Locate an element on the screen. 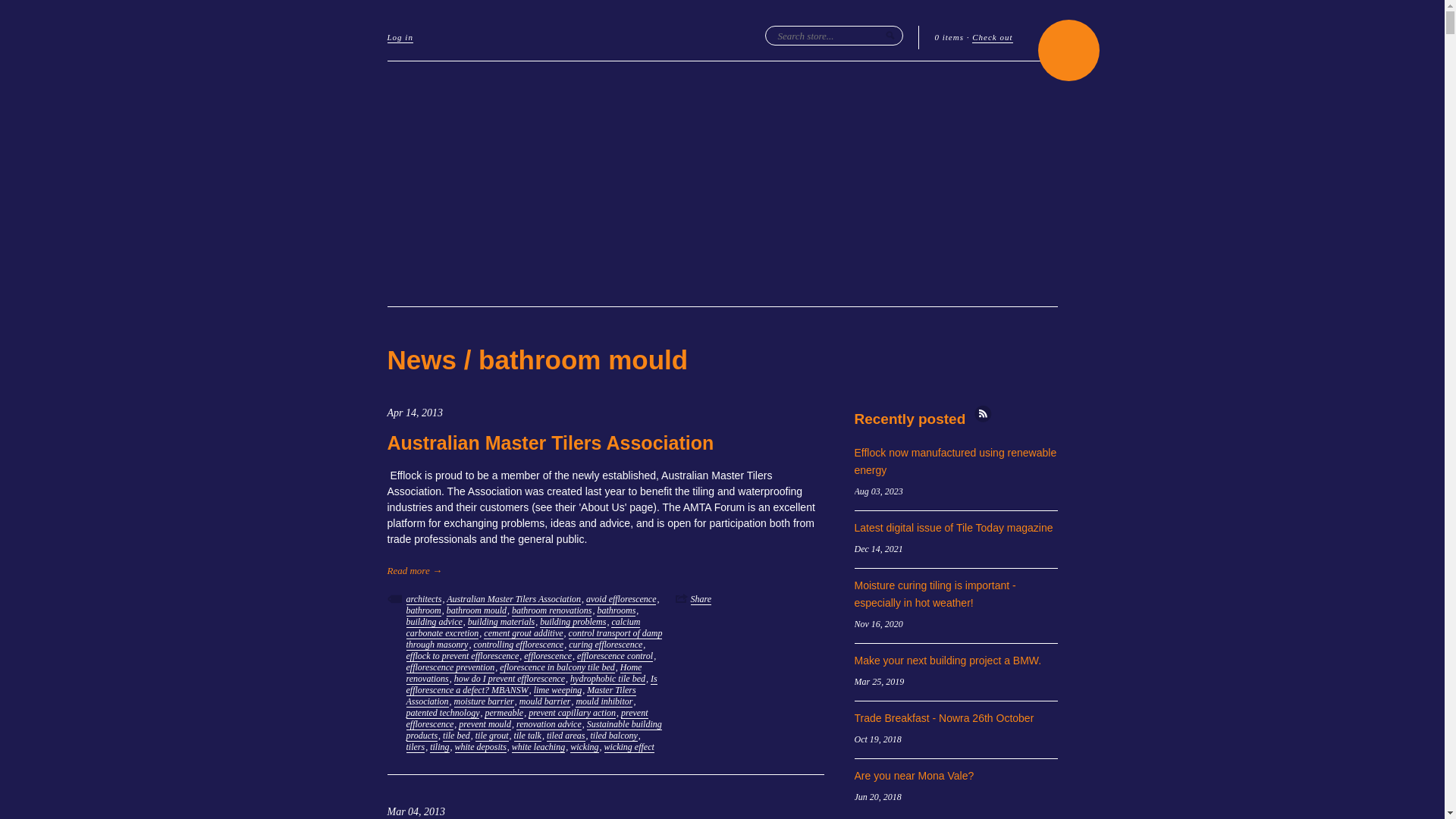 The width and height of the screenshot is (1456, 819). 'RSS' is located at coordinates (983, 413).